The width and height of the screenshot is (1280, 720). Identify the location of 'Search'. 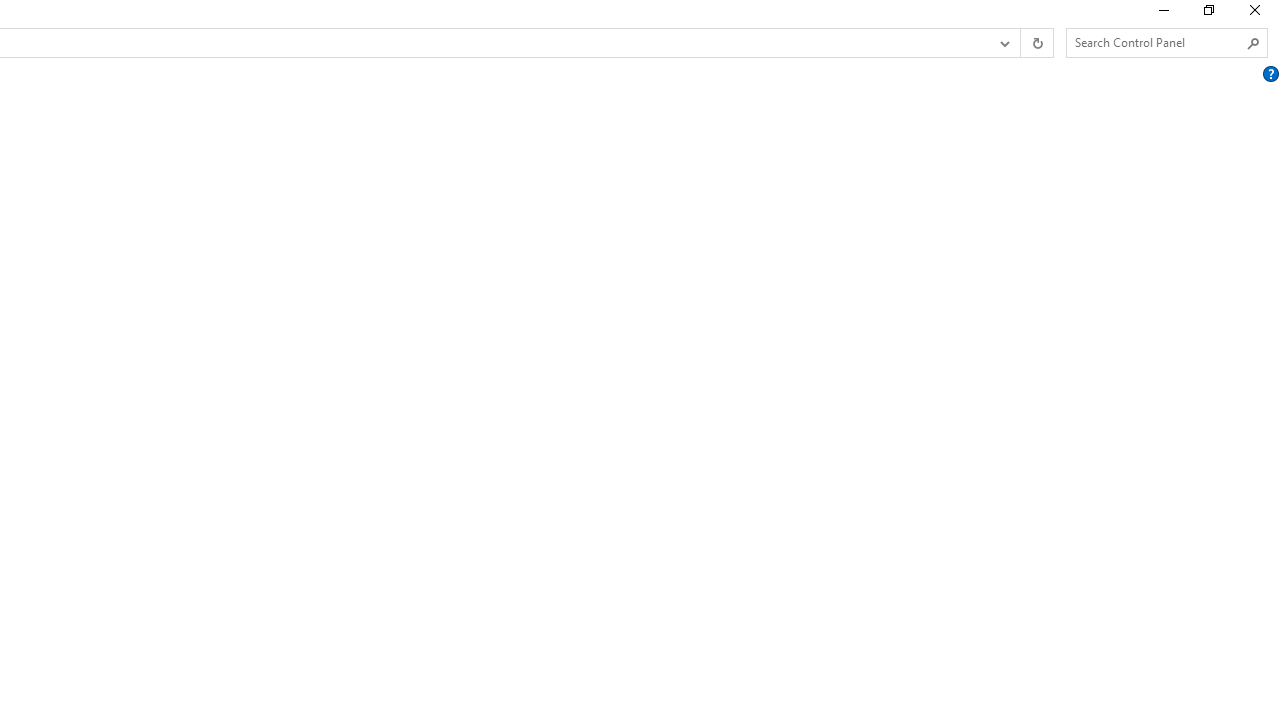
(1252, 43).